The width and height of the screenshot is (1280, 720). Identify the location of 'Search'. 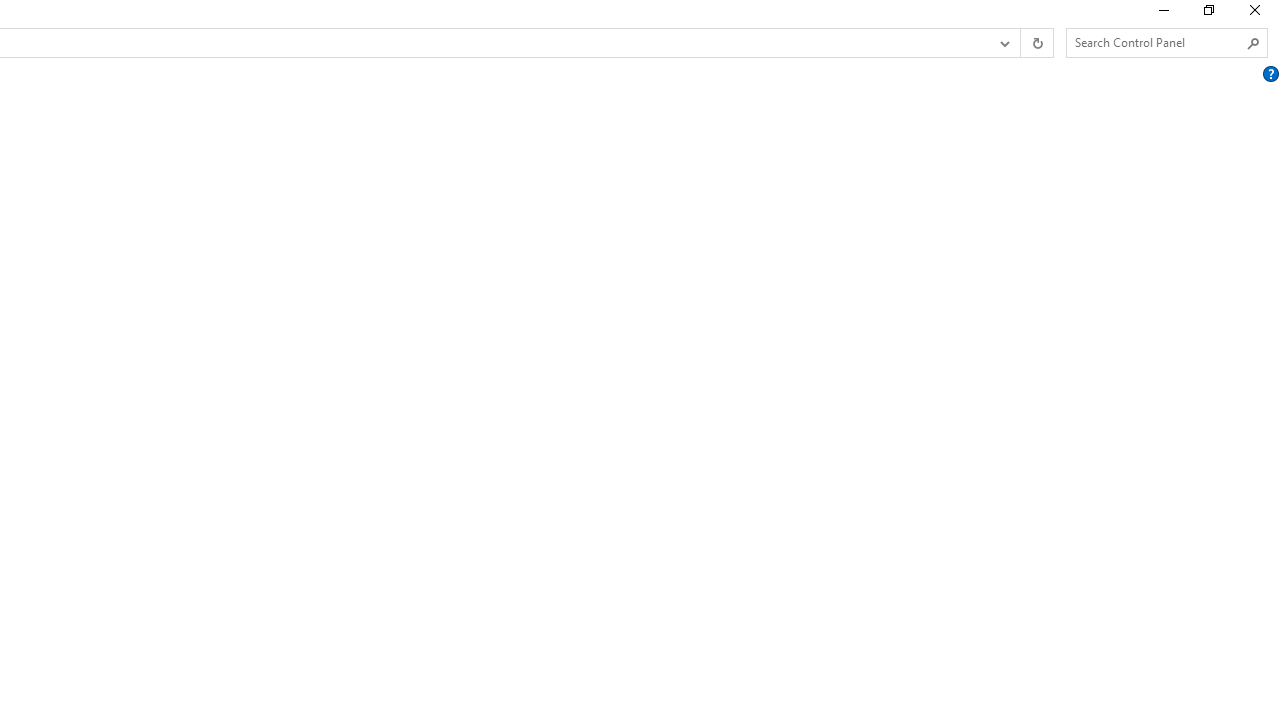
(1252, 43).